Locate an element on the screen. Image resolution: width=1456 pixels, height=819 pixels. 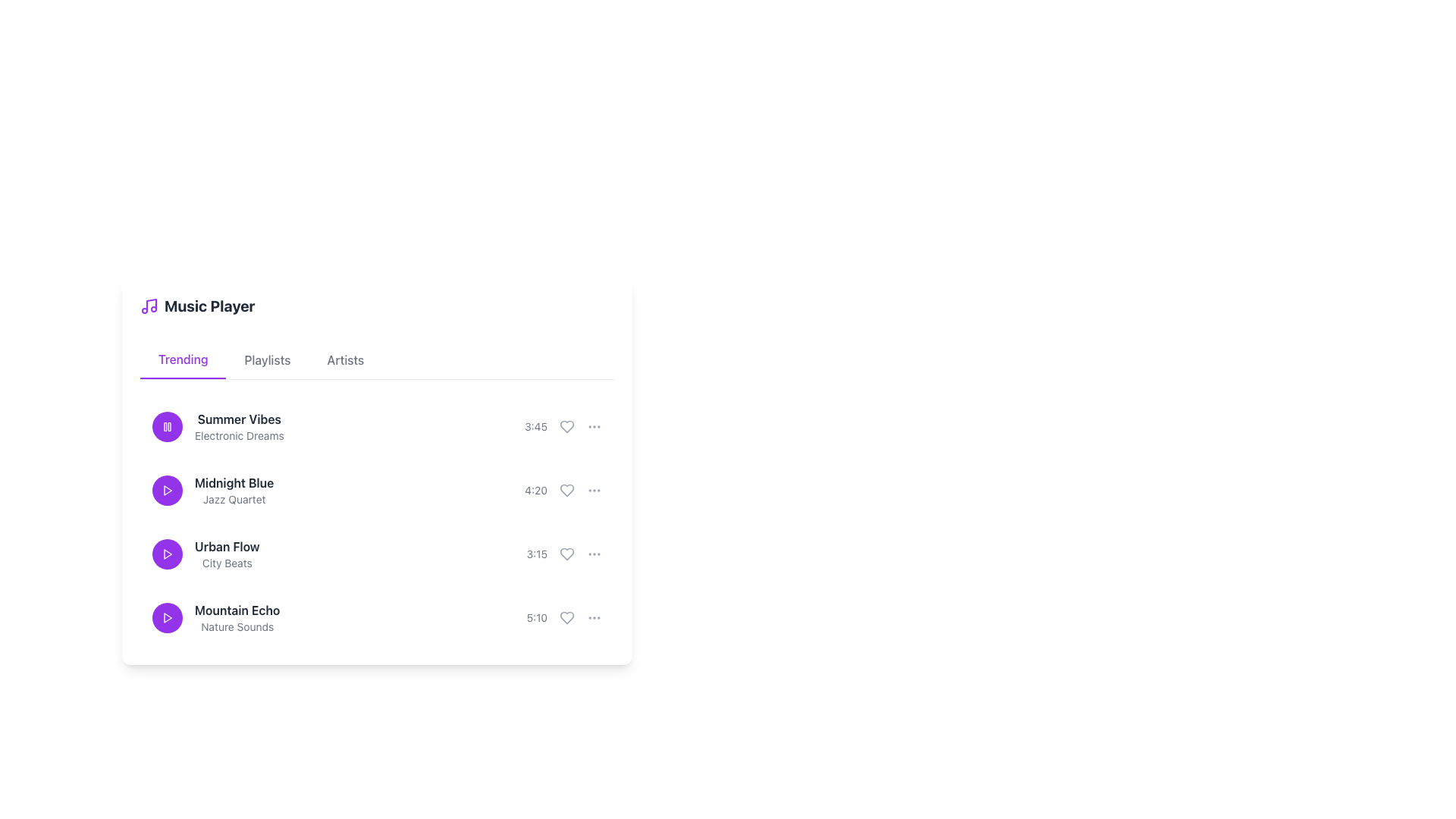
the text label identifying the name of a music track or playlist in the first row under the 'Trending' tab of the music player interface is located at coordinates (238, 419).